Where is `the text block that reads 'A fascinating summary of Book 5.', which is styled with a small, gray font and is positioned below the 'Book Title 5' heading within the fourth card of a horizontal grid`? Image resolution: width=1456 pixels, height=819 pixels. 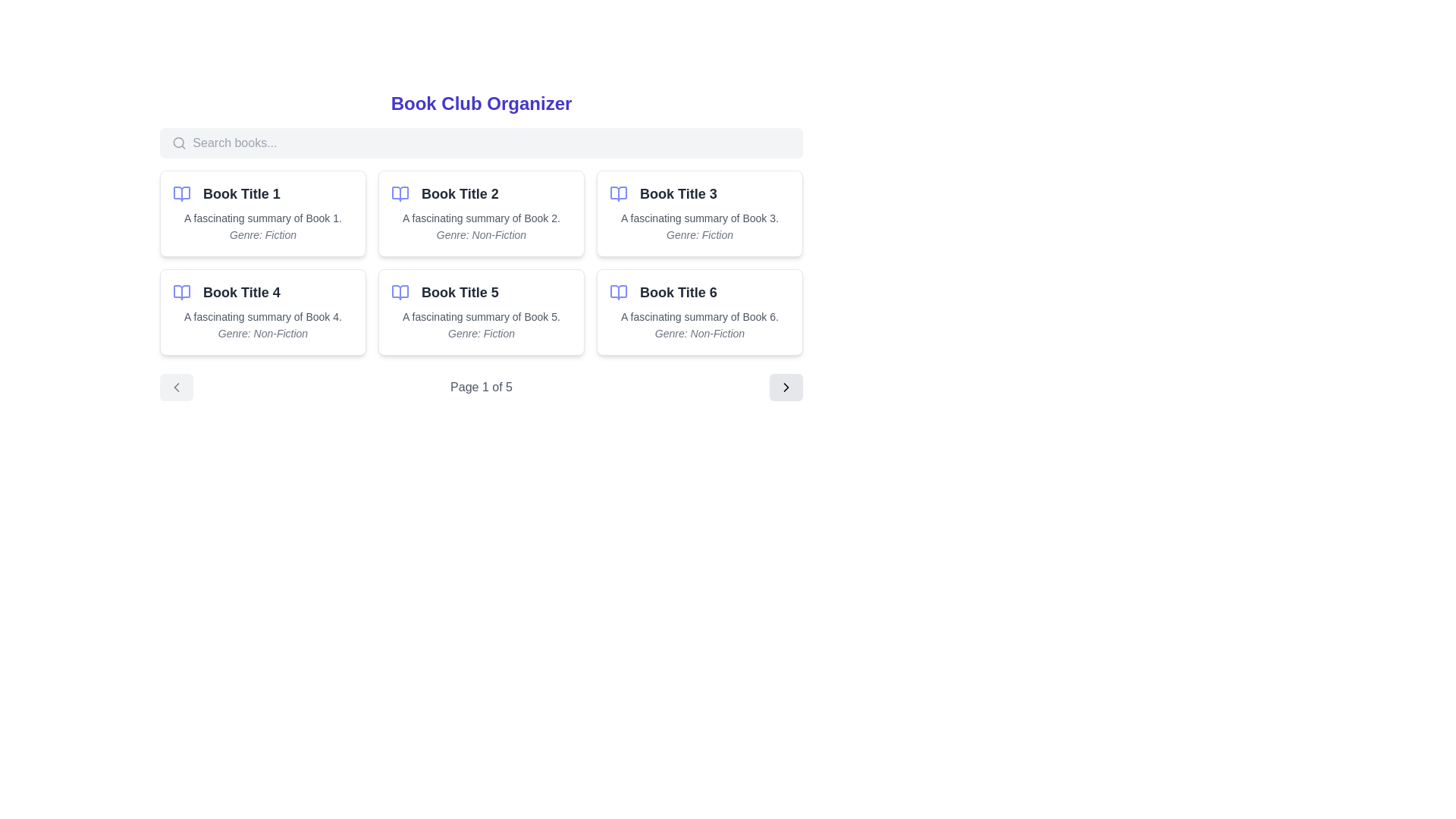 the text block that reads 'A fascinating summary of Book 5.', which is styled with a small, gray font and is positioned below the 'Book Title 5' heading within the fourth card of a horizontal grid is located at coordinates (480, 315).